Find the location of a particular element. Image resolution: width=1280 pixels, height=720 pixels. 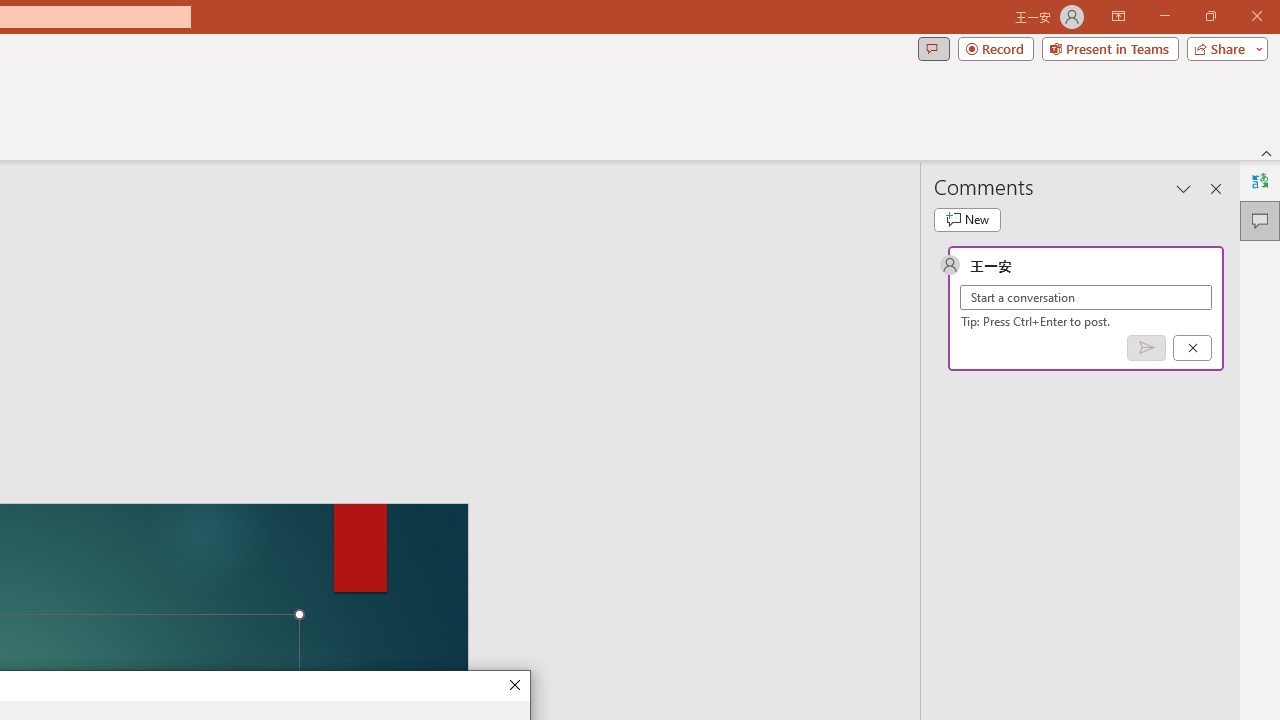

'Post comment (Ctrl + Enter)' is located at coordinates (1146, 346).